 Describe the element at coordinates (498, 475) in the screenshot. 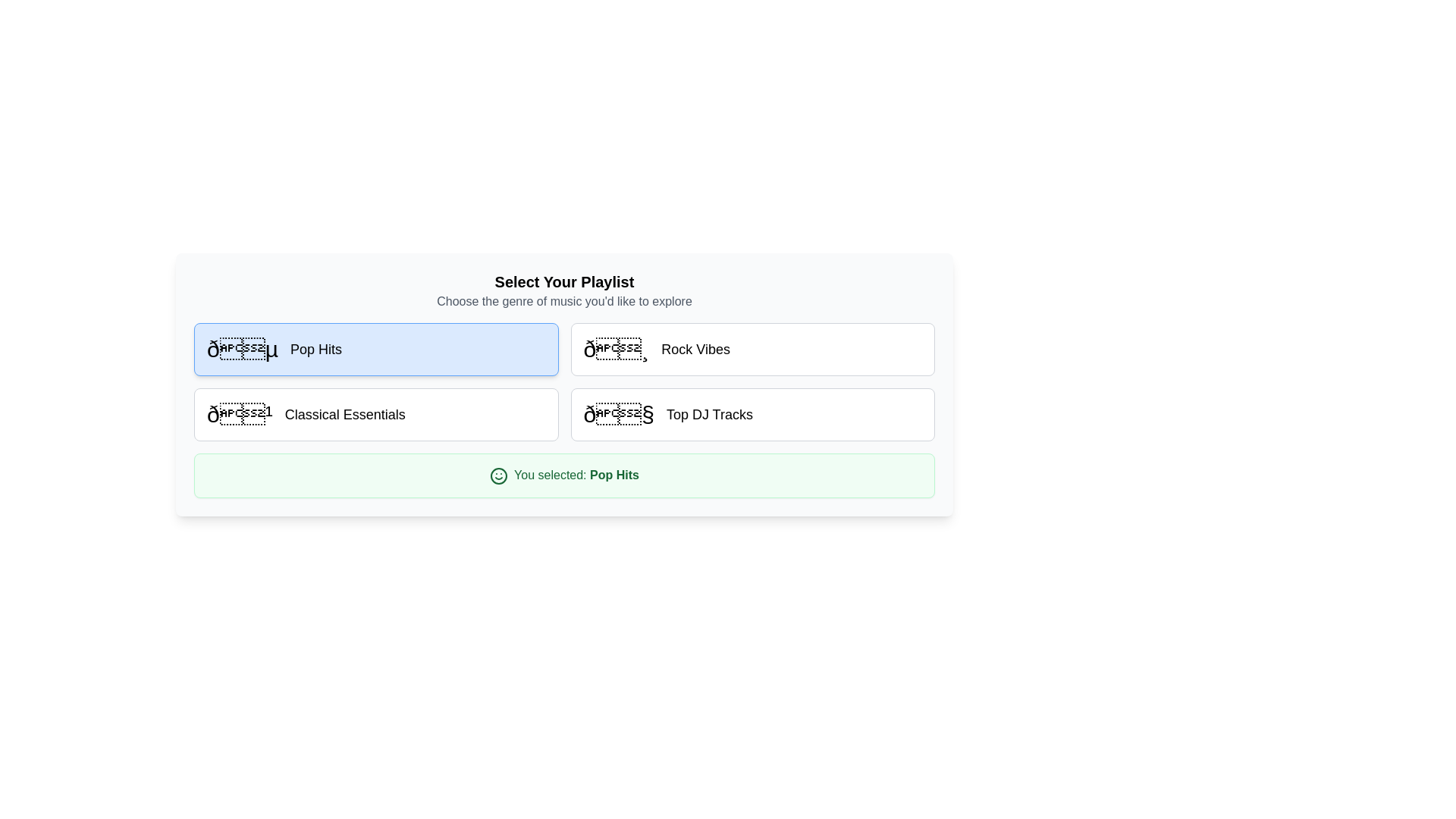

I see `the decorative circle icon associated with the 'Pop Hits' playlist, located in the middle of the first row of options` at that location.